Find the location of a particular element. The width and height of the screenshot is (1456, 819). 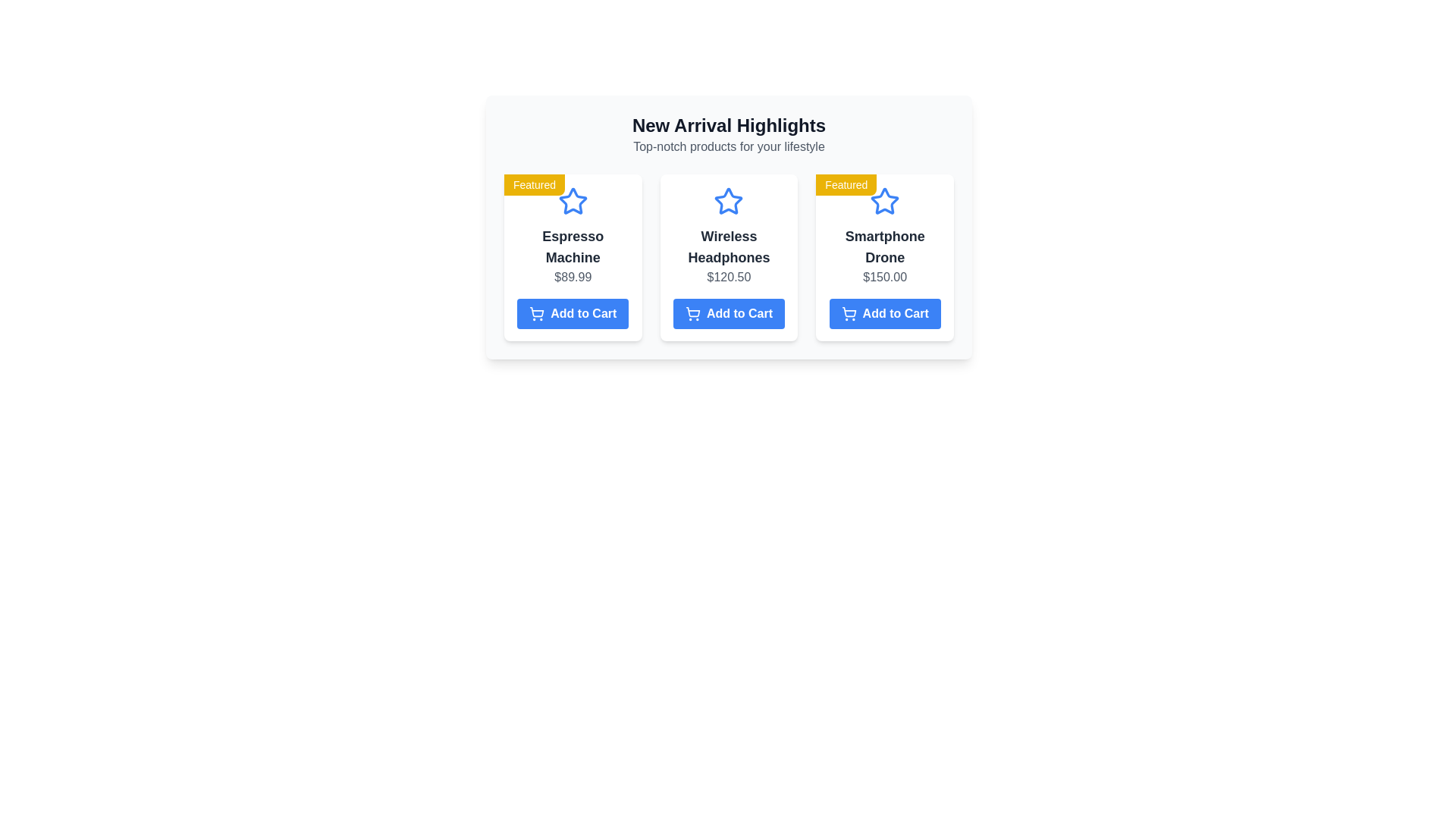

the blue outlined star icon located at the top-right area of the 'Smartphone Drone' product card, just beneath the 'Featured' label is located at coordinates (885, 201).